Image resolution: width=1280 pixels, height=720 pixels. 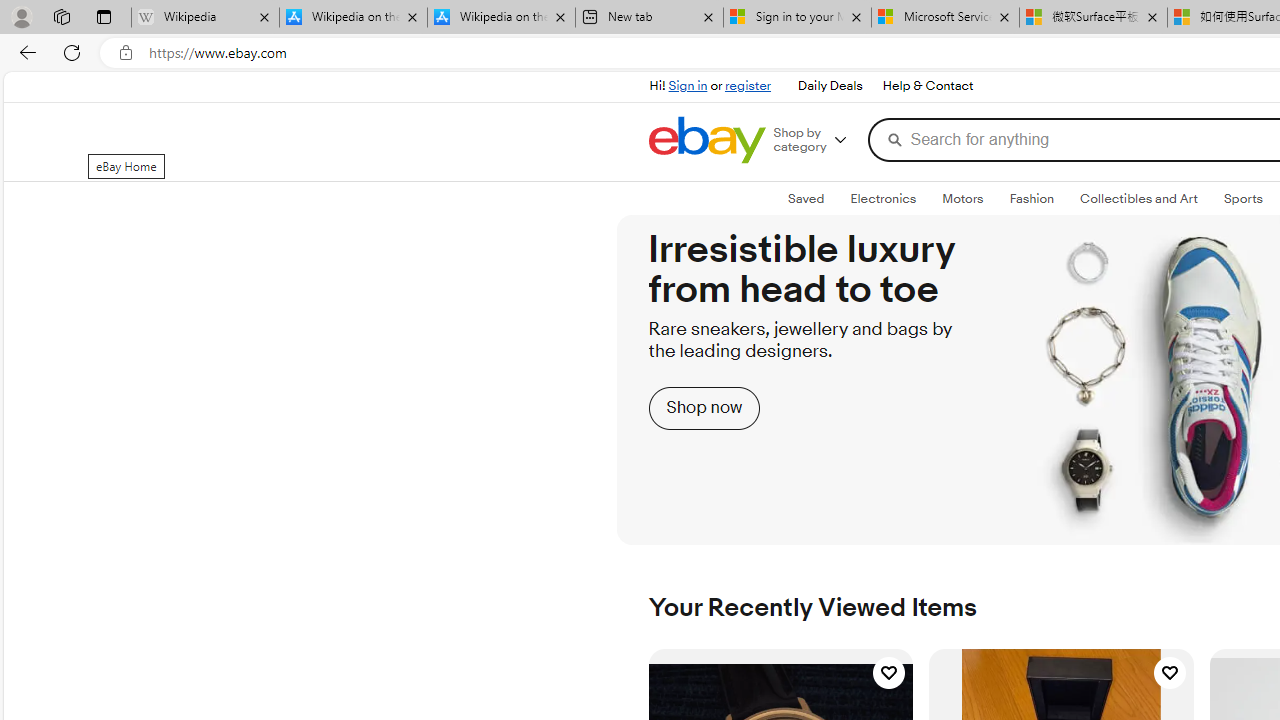 I want to click on 'Collectibles and Art', so click(x=1139, y=199).